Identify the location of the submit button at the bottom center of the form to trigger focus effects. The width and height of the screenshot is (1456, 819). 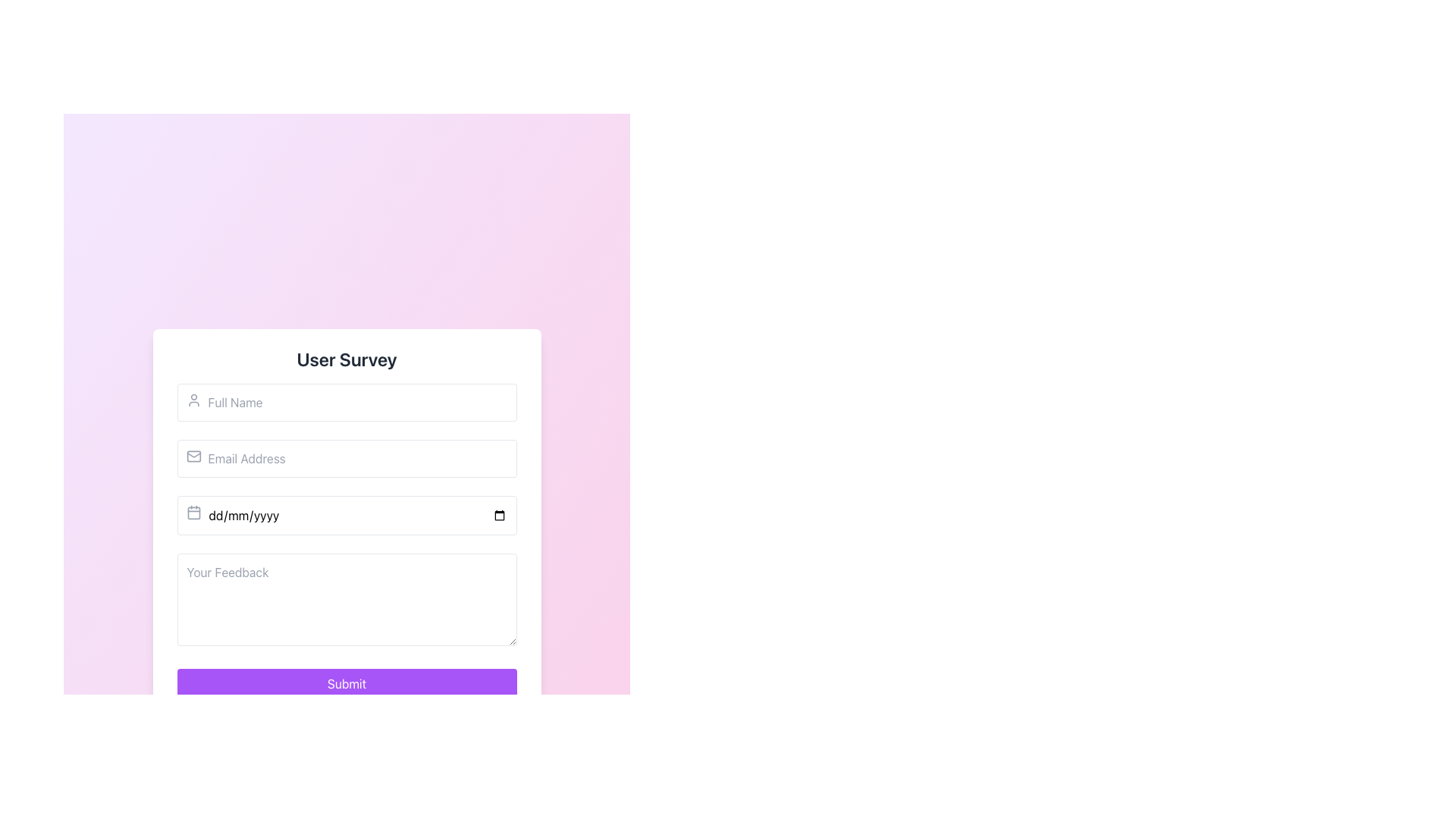
(346, 684).